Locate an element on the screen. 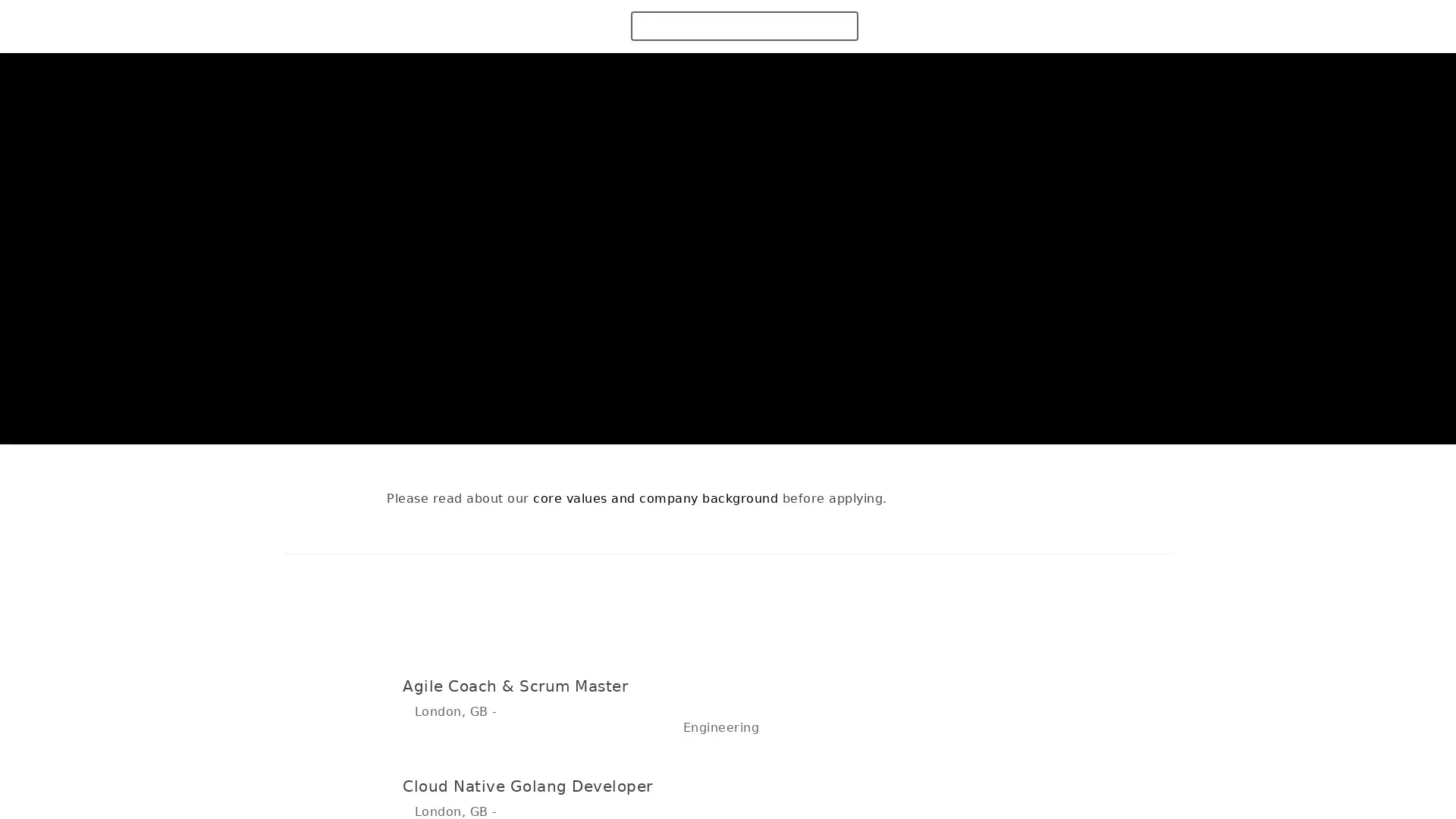  Apply is located at coordinates (1020, 778).